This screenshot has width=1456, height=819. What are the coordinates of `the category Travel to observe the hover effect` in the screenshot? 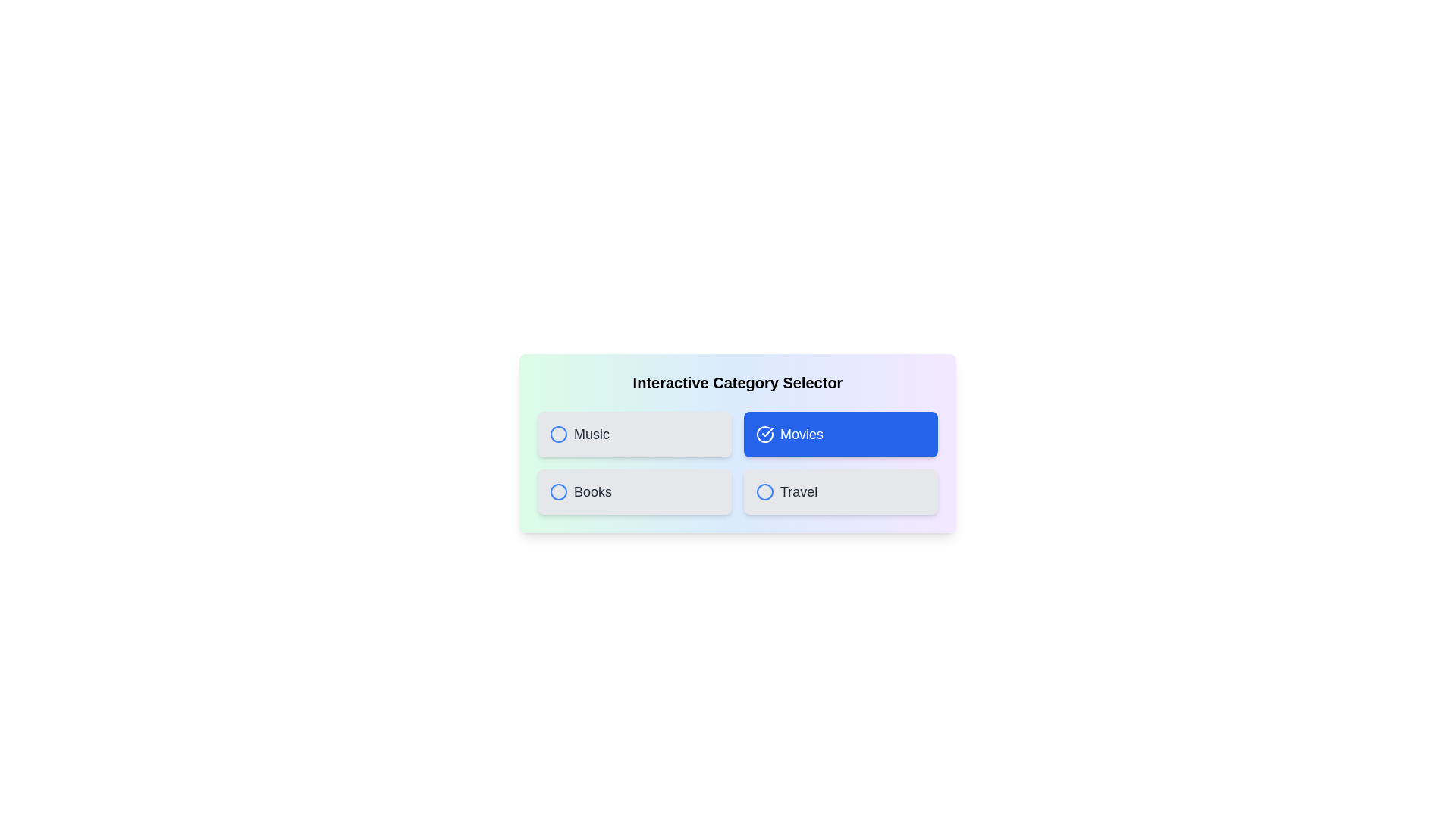 It's located at (839, 491).